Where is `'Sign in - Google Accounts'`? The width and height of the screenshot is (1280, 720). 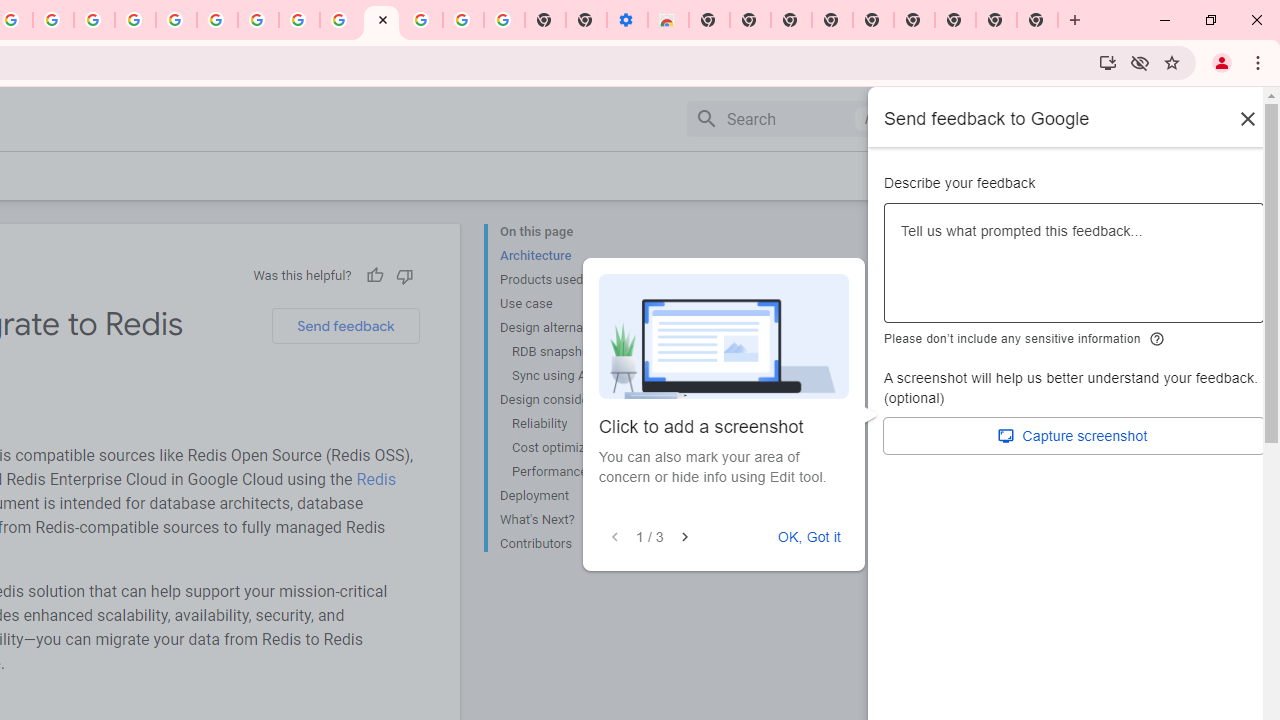 'Sign in - Google Accounts' is located at coordinates (421, 20).